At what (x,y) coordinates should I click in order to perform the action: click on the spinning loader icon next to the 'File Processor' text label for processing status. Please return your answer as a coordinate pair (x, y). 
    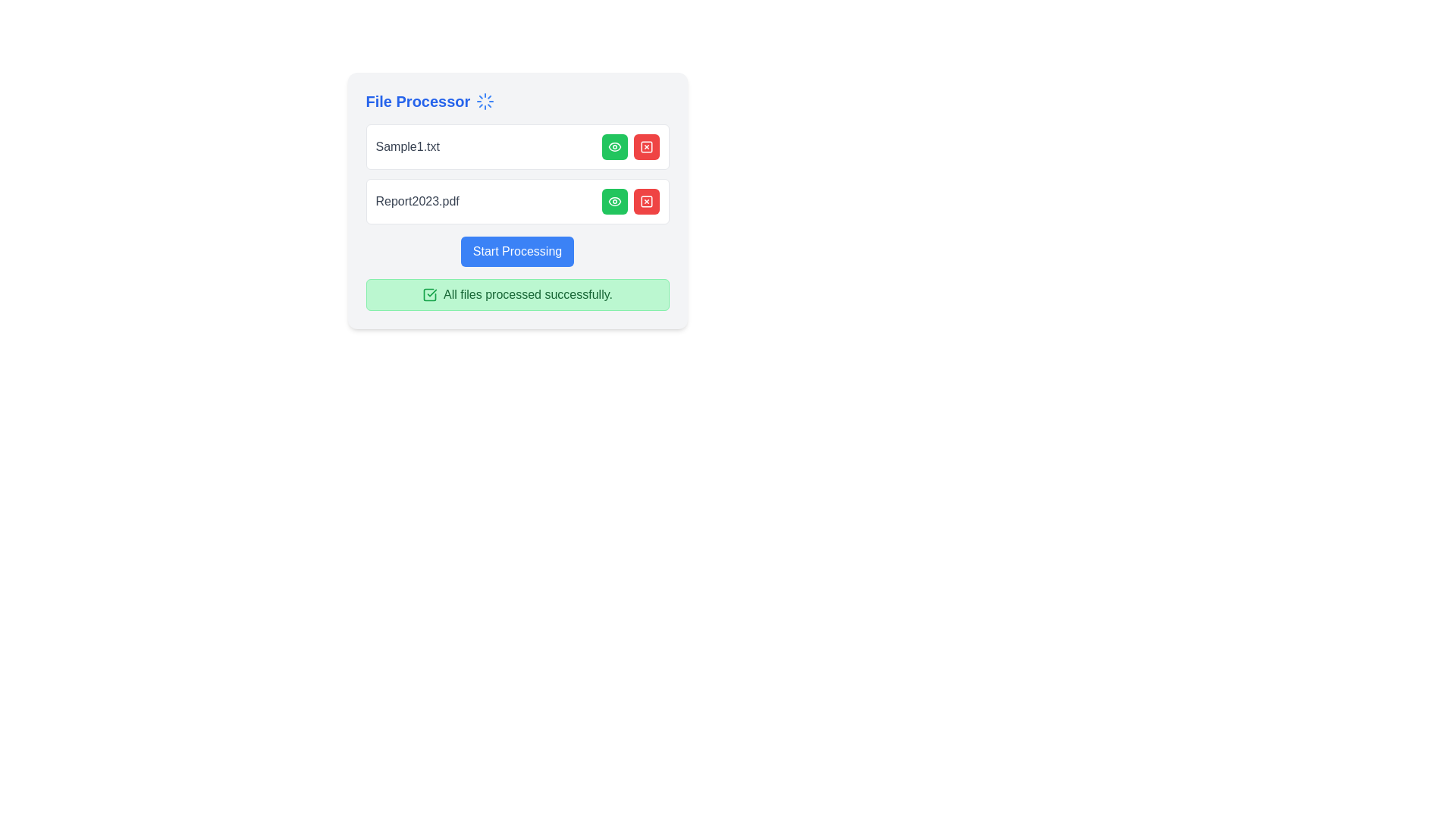
    Looking at the image, I should click on (517, 102).